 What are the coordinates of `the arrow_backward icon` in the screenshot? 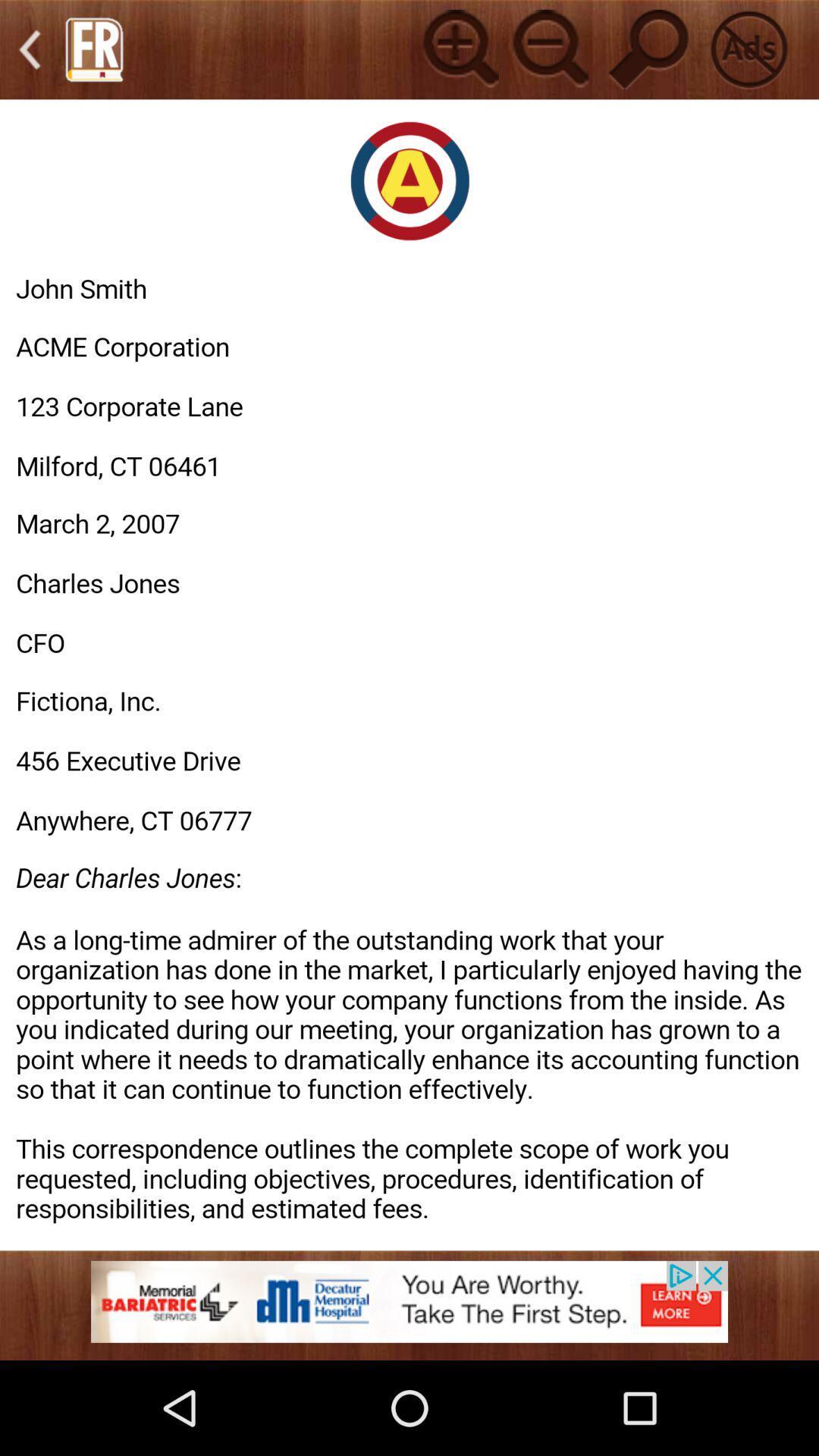 It's located at (30, 53).